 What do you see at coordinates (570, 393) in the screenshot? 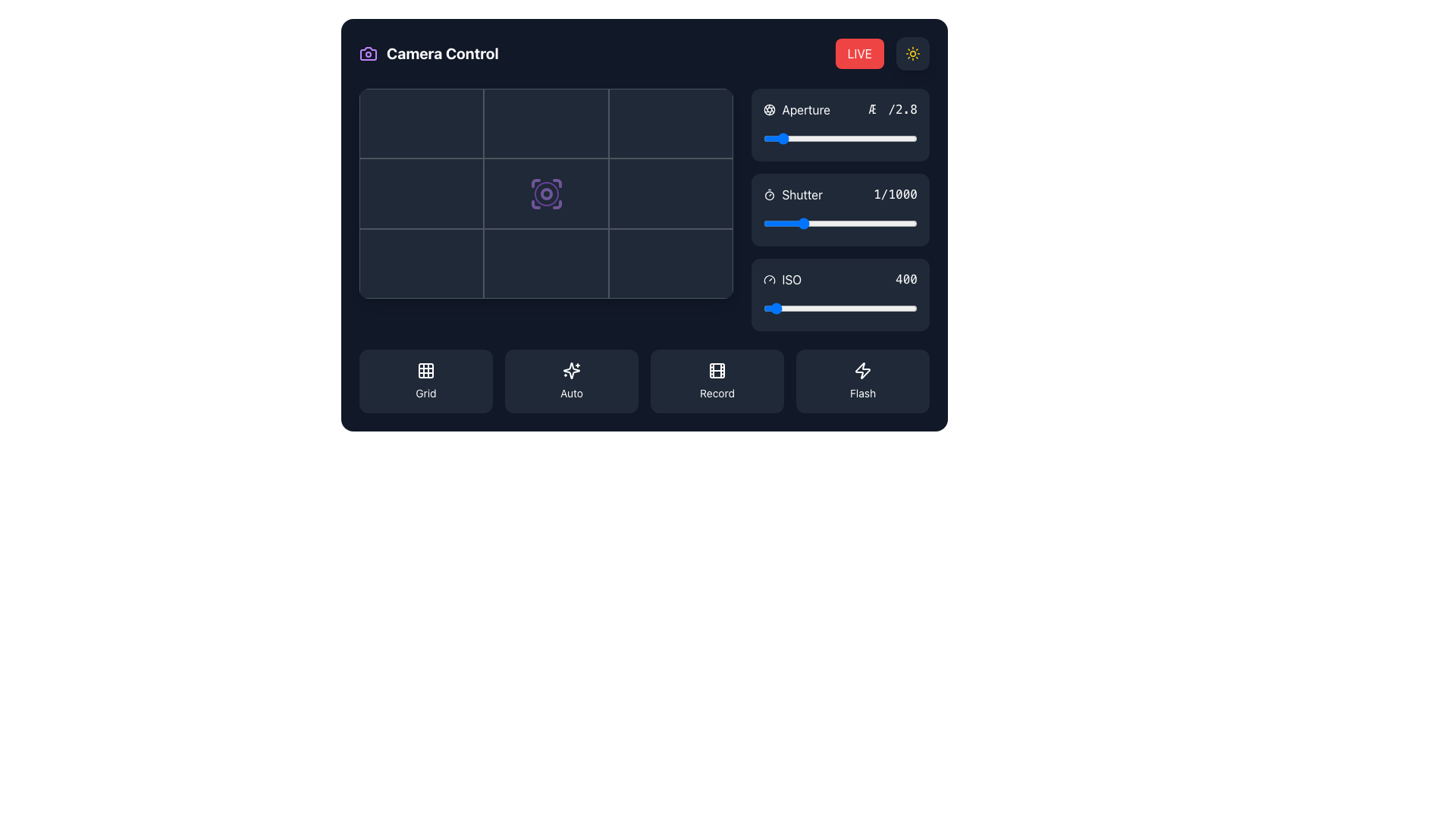
I see `the text label displaying 'Auto', which is part of a dark-themed button located on the bottom row of the interface` at bounding box center [570, 393].